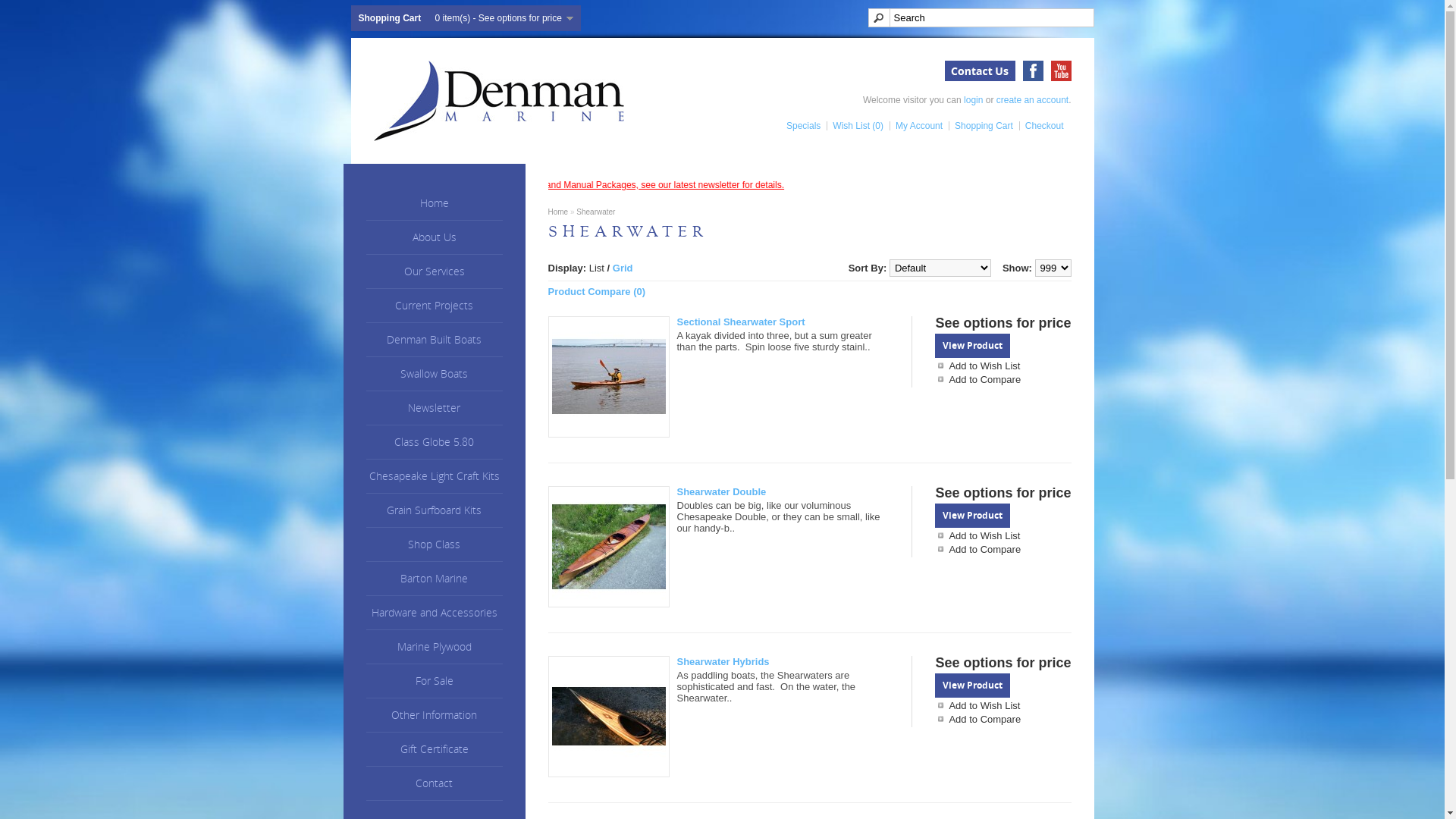 This screenshot has width=1456, height=819. What do you see at coordinates (973, 99) in the screenshot?
I see `'login'` at bounding box center [973, 99].